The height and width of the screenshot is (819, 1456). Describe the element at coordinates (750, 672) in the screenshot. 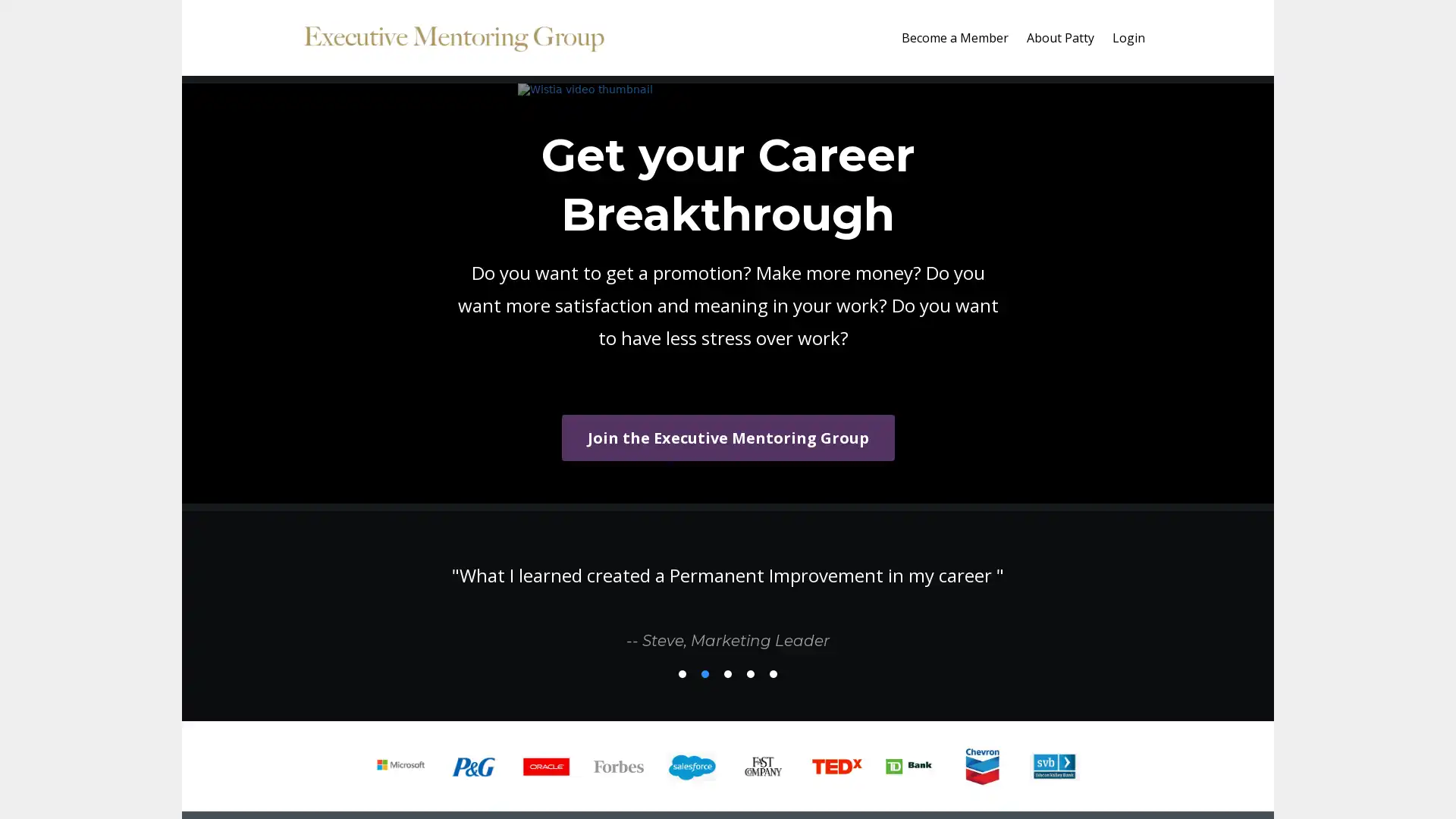

I see `4` at that location.